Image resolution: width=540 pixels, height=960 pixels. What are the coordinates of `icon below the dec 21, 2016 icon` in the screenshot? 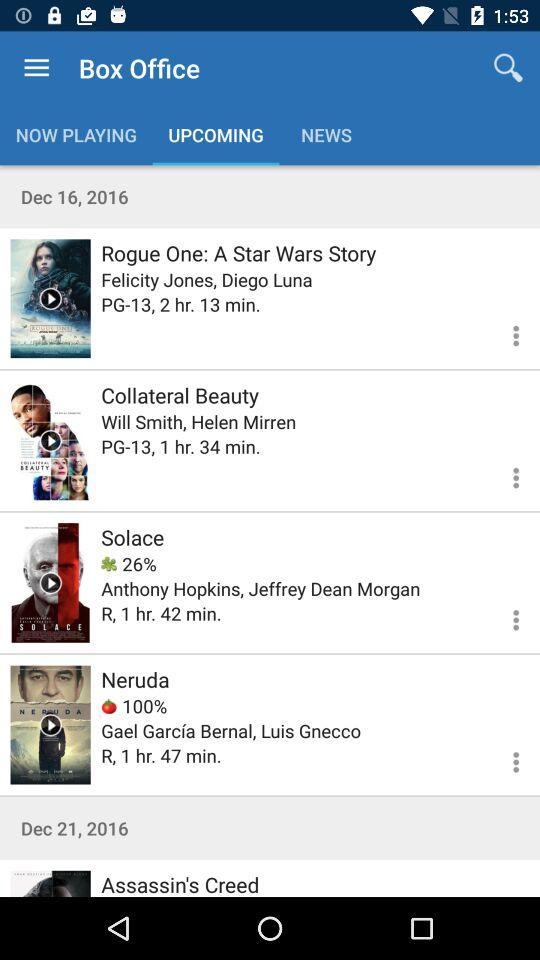 It's located at (180, 882).